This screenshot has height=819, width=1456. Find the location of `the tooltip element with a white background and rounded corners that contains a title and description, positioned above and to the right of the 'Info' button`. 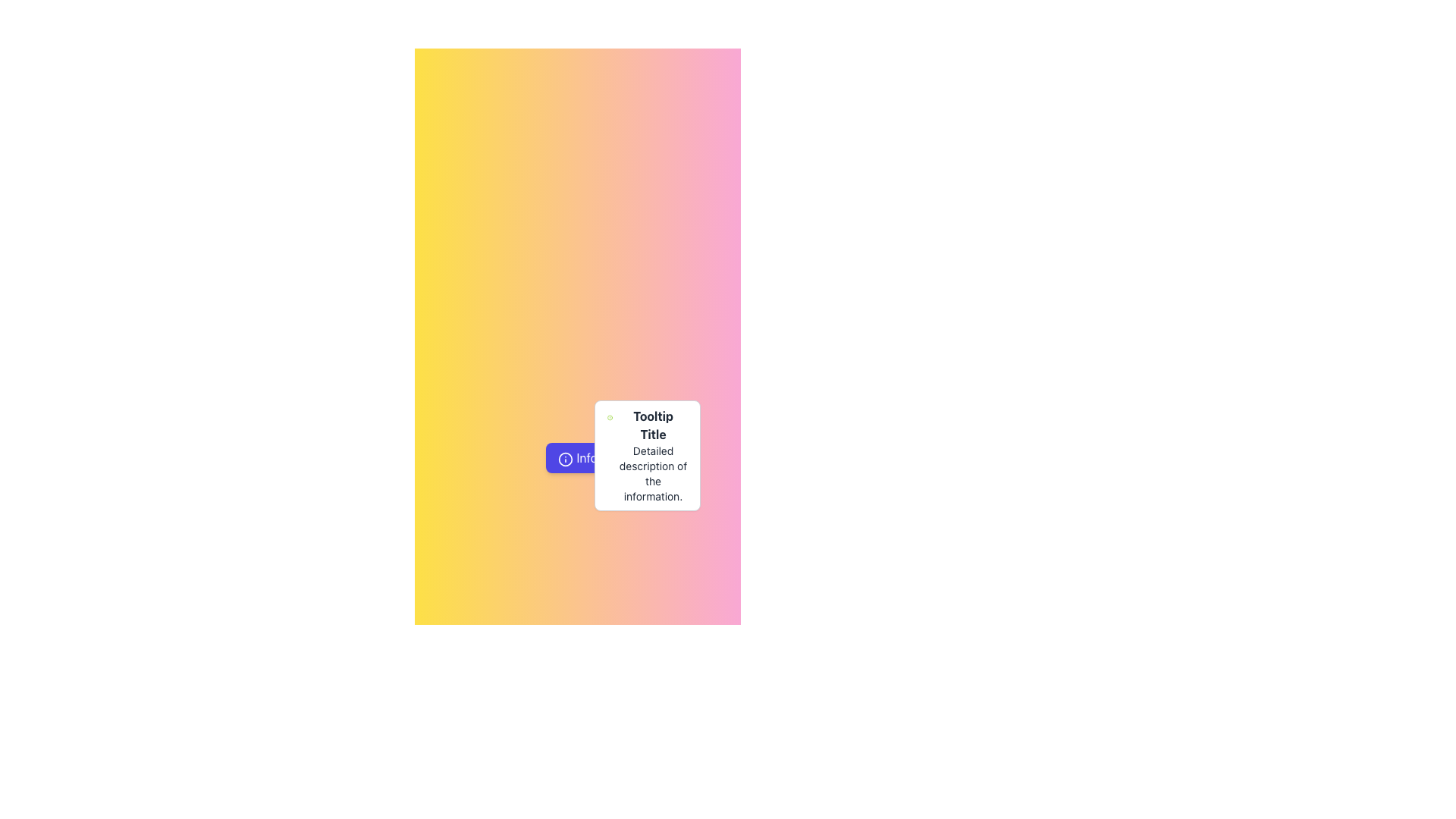

the tooltip element with a white background and rounded corners that contains a title and description, positioned above and to the right of the 'Info' button is located at coordinates (648, 455).